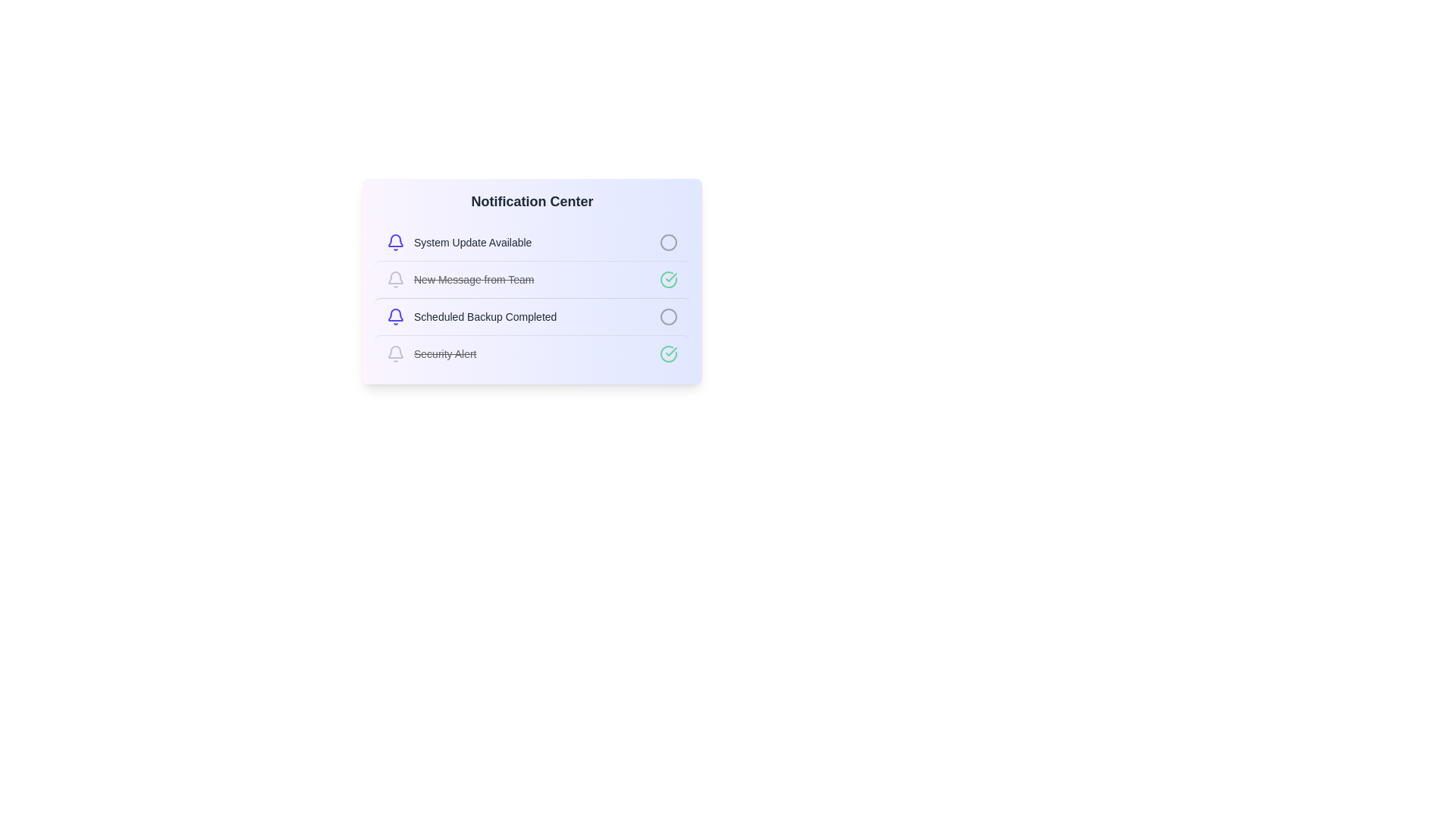 This screenshot has height=819, width=1456. Describe the element at coordinates (532, 353) in the screenshot. I see `the notification titled 'Security Alert' to highlight it` at that location.